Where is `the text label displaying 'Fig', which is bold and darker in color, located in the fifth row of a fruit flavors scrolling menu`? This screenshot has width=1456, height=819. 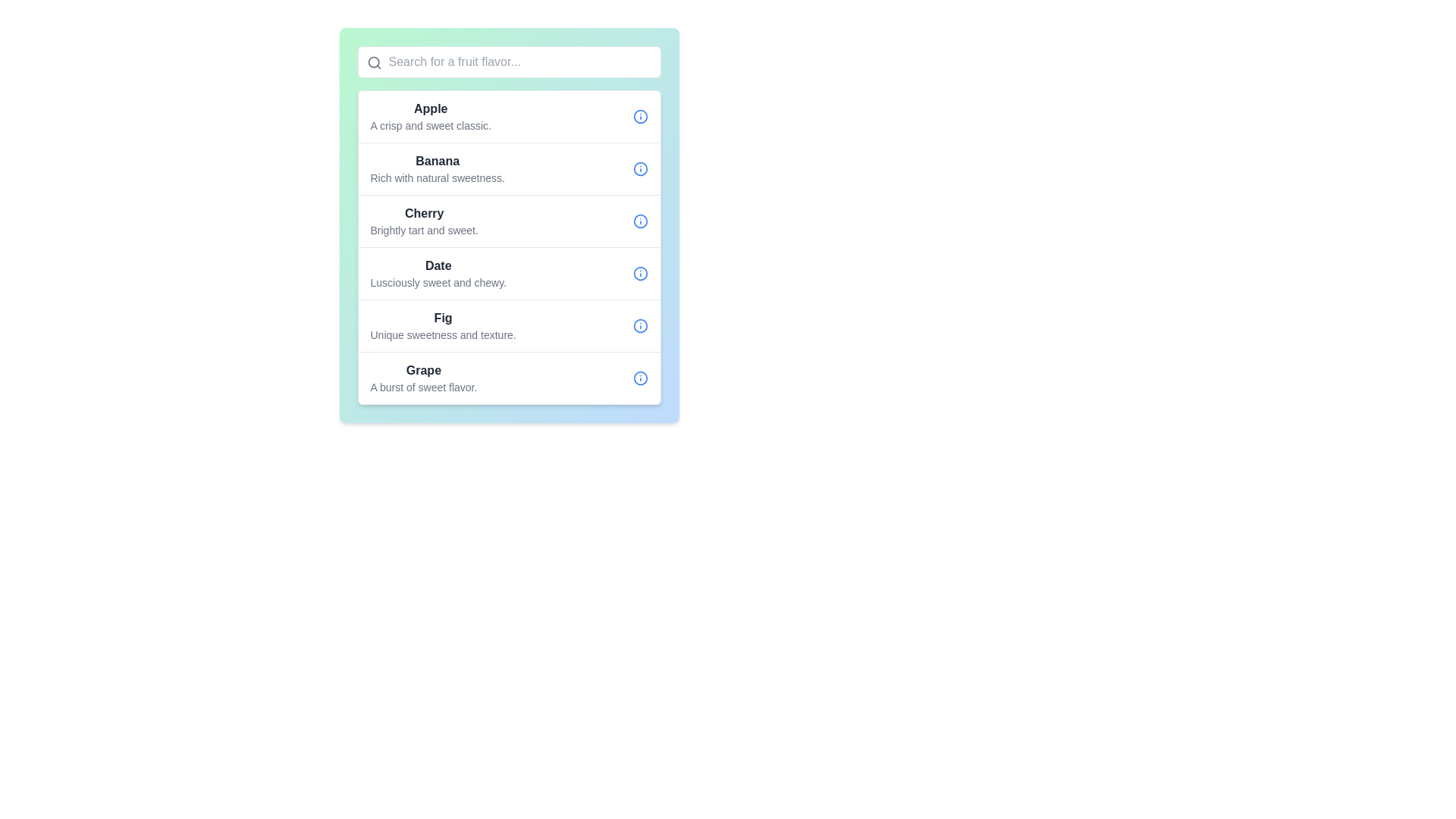 the text label displaying 'Fig', which is bold and darker in color, located in the fifth row of a fruit flavors scrolling menu is located at coordinates (442, 318).